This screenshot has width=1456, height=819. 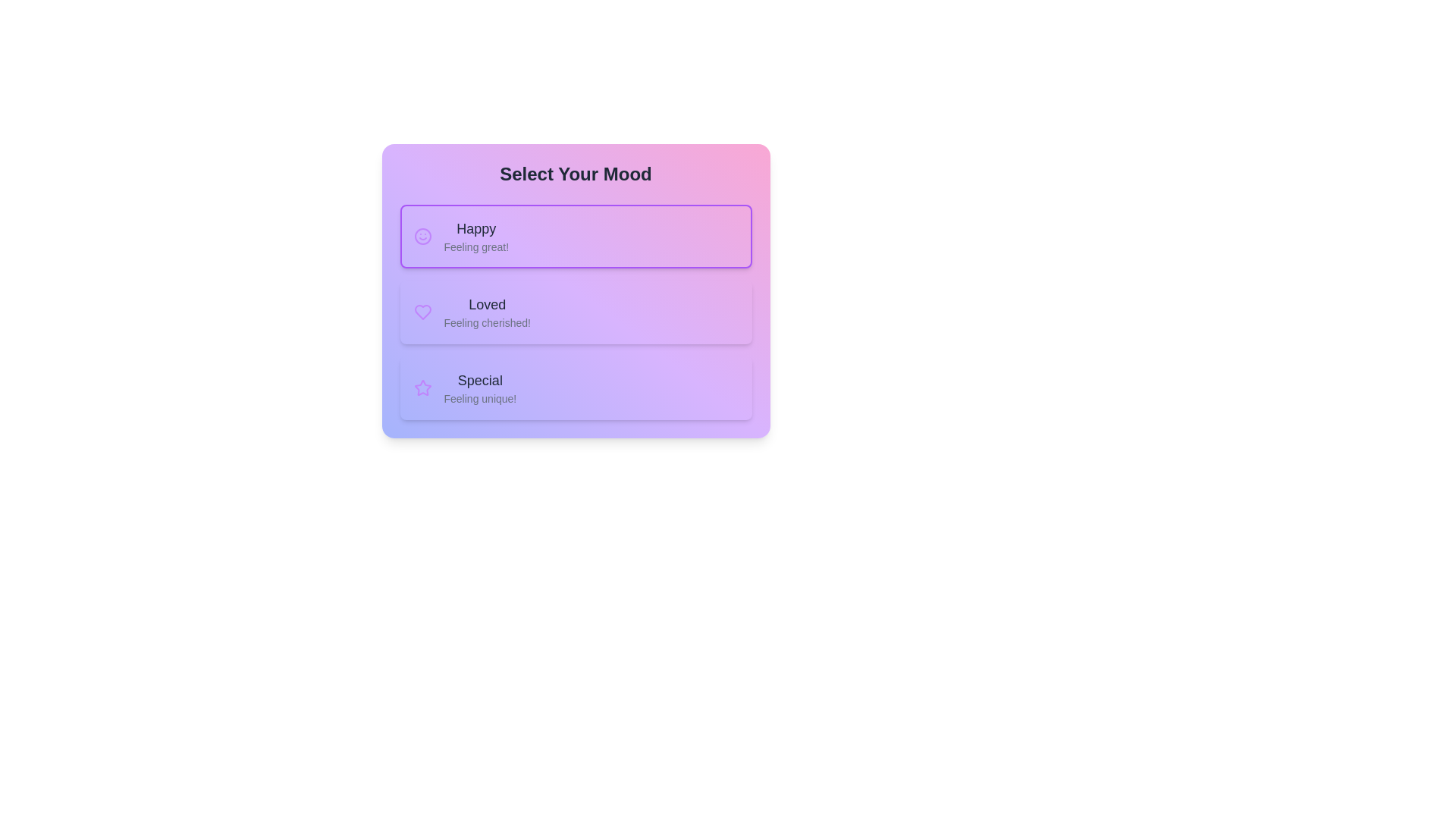 I want to click on the 'Loved' mood selection option, which is the second item in a vertically stacked list of mood options, so click(x=575, y=312).